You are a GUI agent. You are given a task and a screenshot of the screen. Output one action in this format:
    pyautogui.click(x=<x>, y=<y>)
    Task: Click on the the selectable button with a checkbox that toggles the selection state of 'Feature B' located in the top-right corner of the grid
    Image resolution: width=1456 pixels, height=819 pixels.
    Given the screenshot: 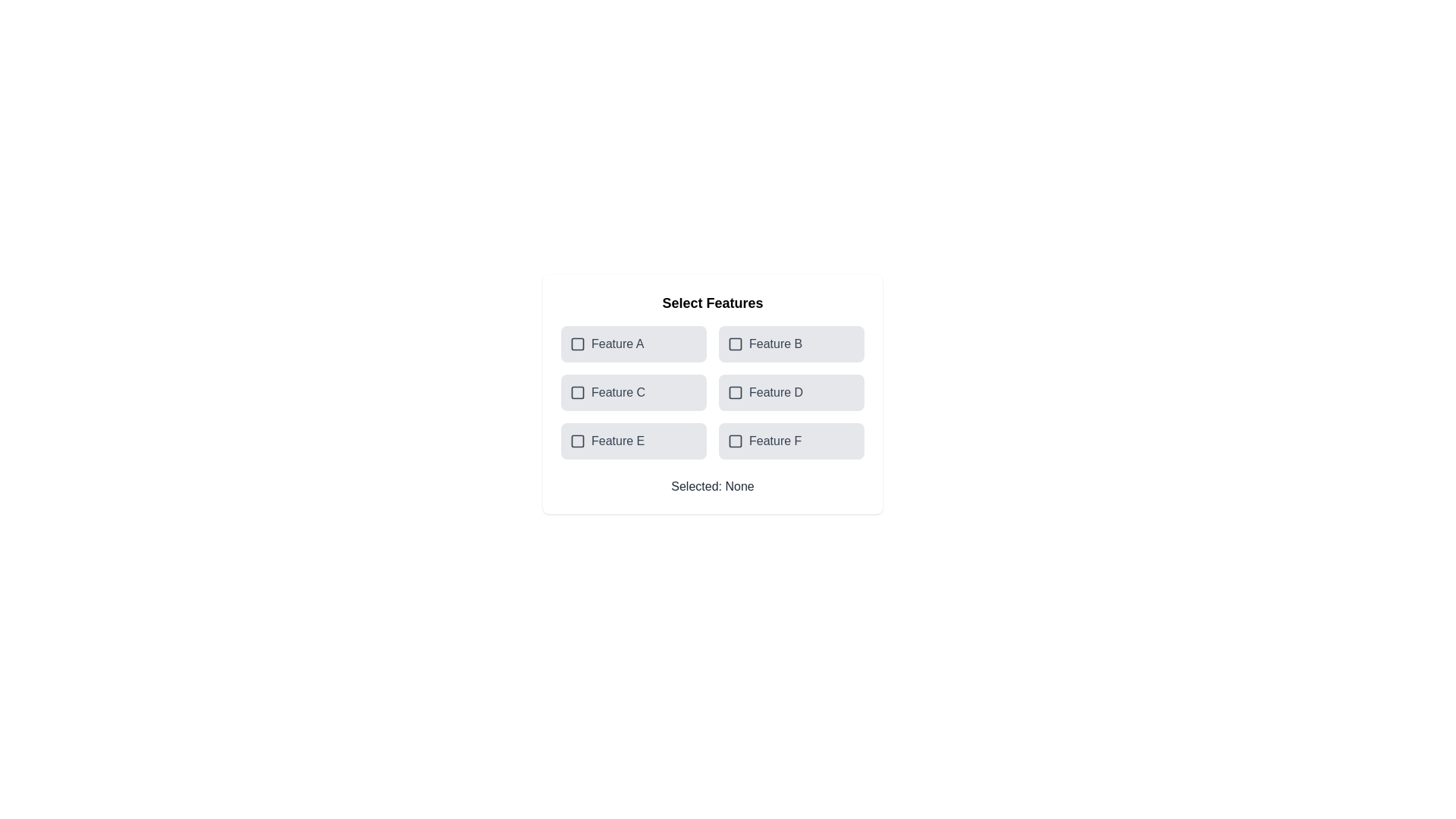 What is the action you would take?
    pyautogui.click(x=790, y=344)
    